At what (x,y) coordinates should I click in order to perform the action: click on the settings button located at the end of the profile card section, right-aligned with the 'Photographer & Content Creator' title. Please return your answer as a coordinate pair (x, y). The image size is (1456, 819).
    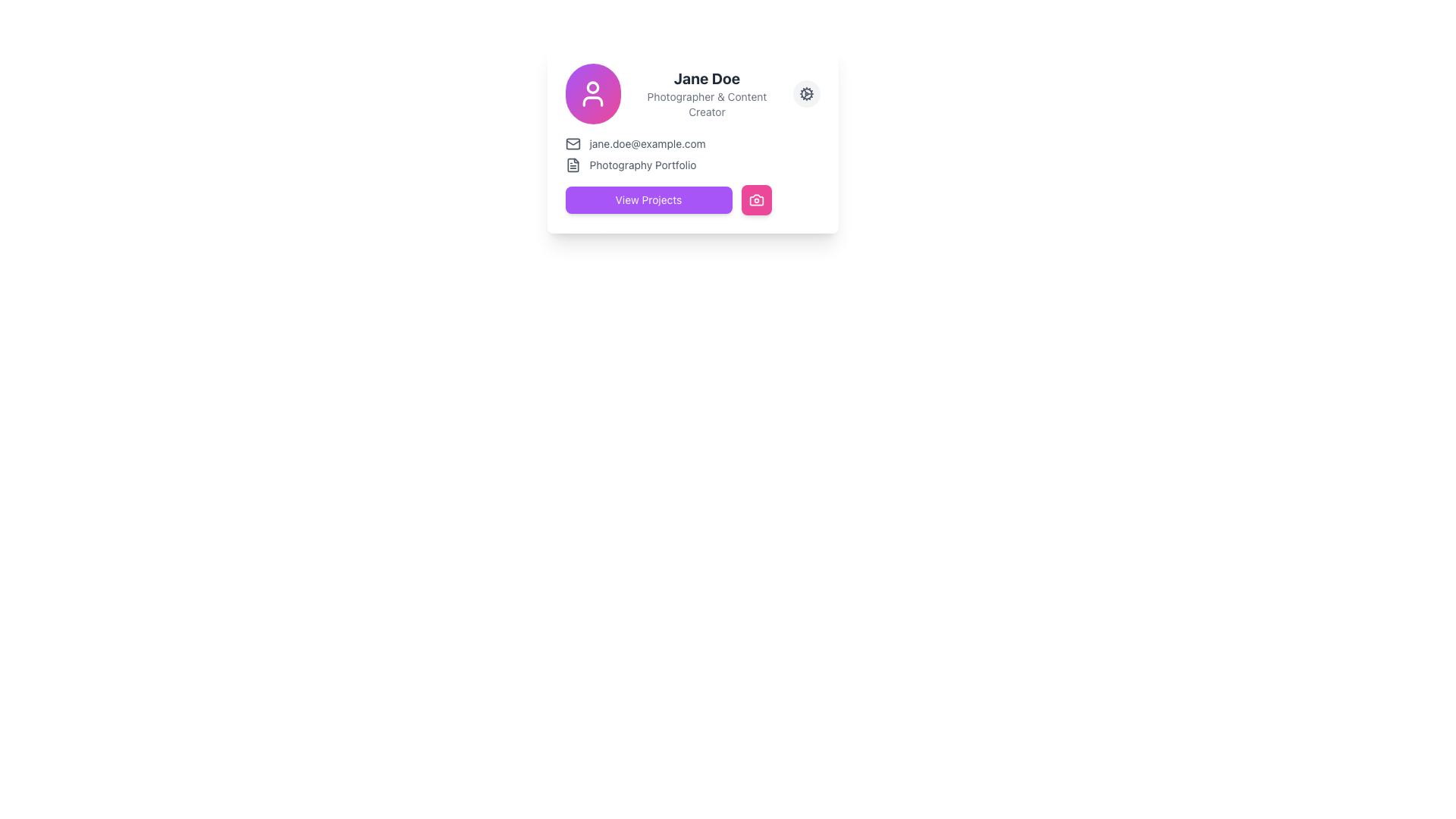
    Looking at the image, I should click on (805, 93).